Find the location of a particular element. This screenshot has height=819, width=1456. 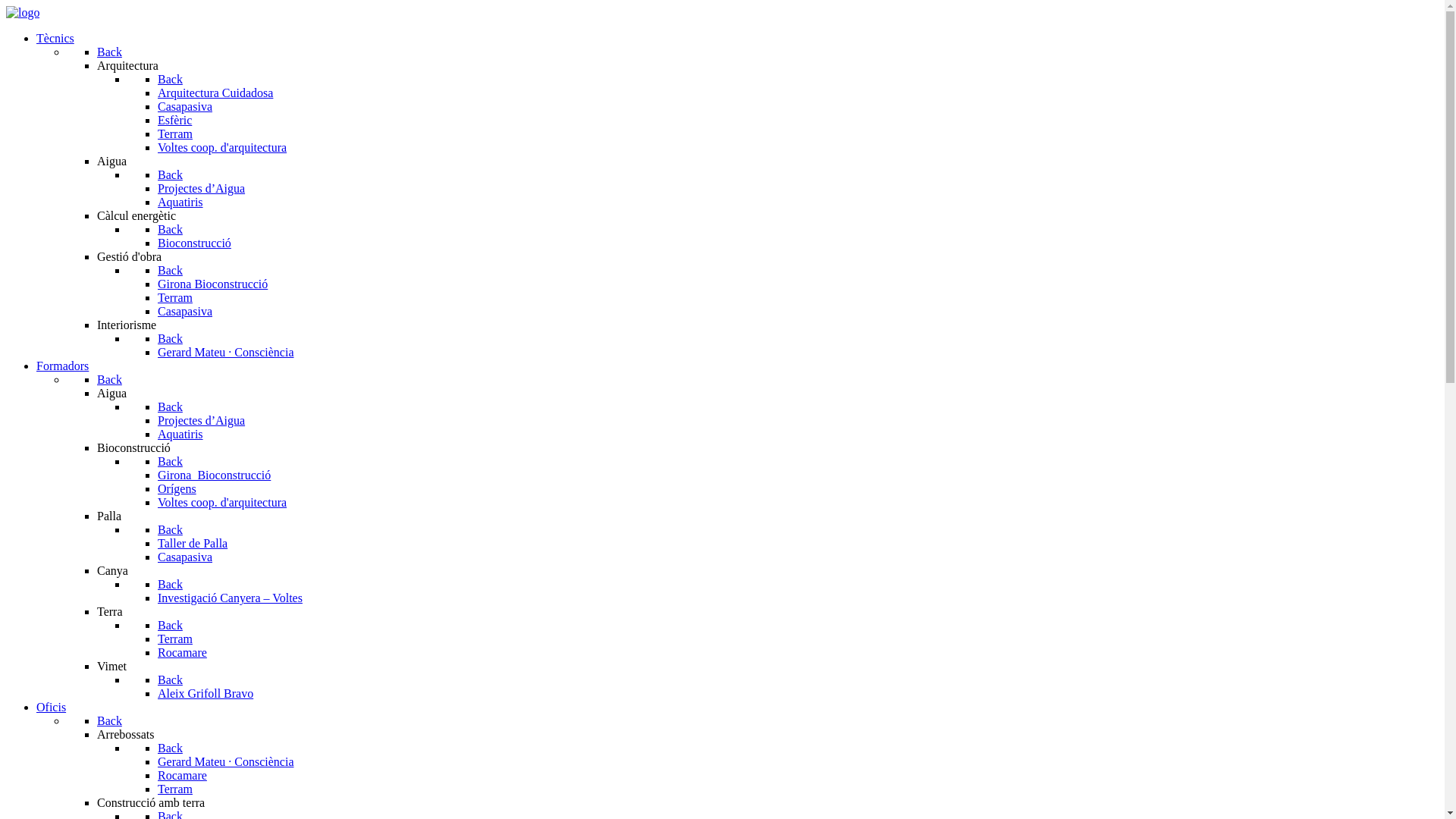

'Voltes coop. d'arquitectura' is located at coordinates (221, 147).